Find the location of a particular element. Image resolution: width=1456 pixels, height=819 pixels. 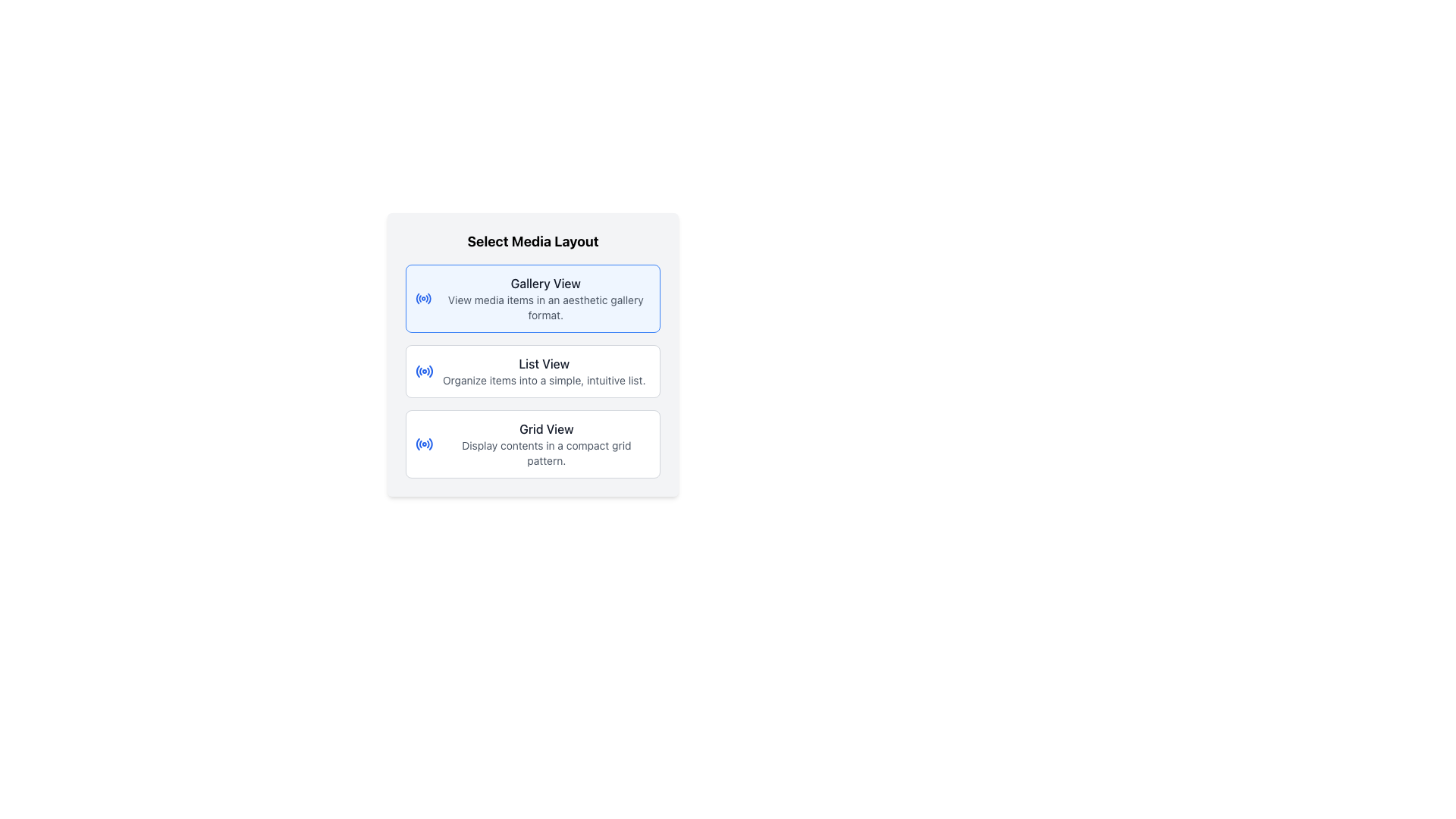

the decorative icon indicating the 'Grid View' layout option, positioned to the left of the 'Grid View' heading text is located at coordinates (424, 444).